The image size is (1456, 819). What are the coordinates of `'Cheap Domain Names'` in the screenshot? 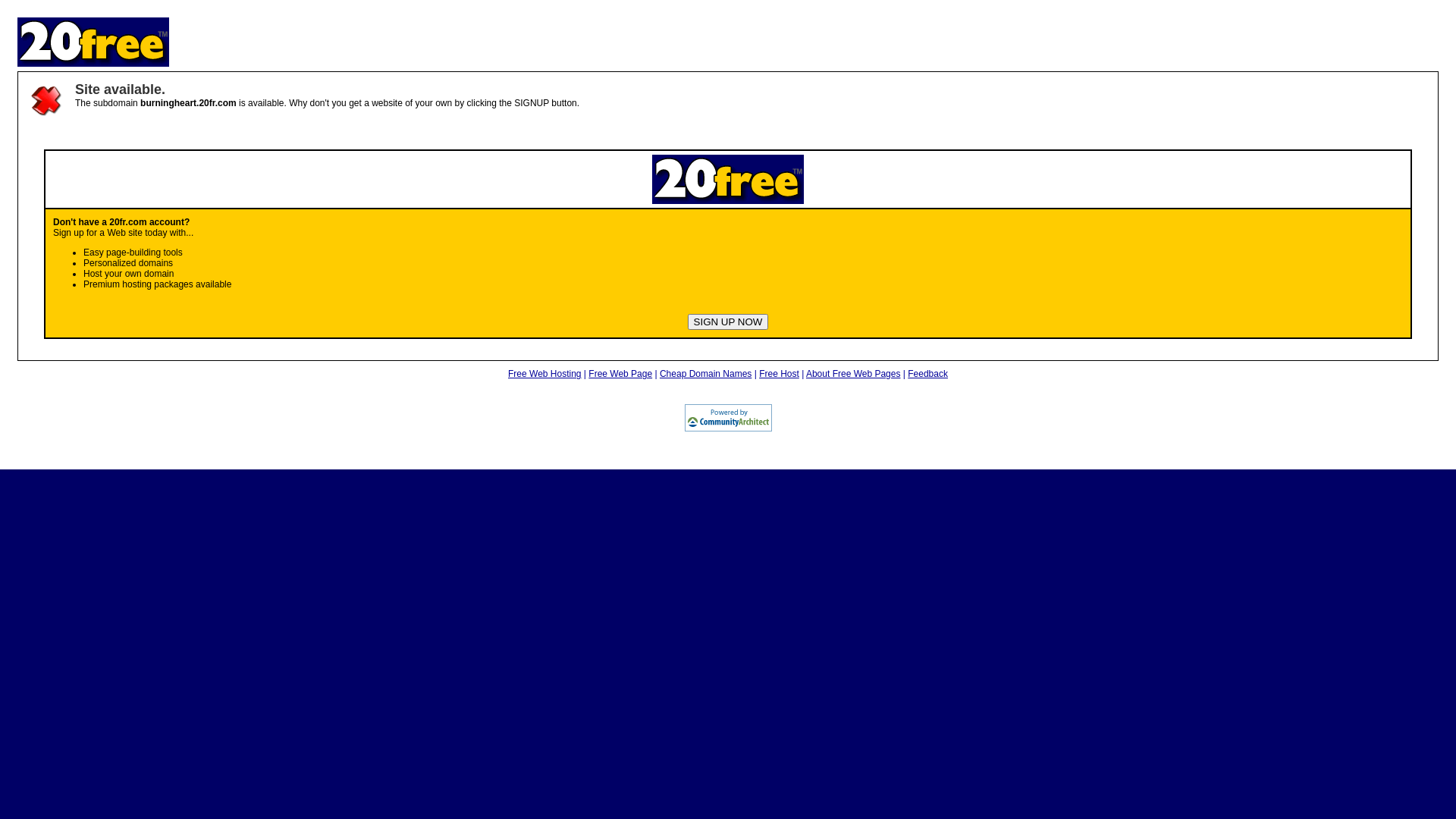 It's located at (659, 374).